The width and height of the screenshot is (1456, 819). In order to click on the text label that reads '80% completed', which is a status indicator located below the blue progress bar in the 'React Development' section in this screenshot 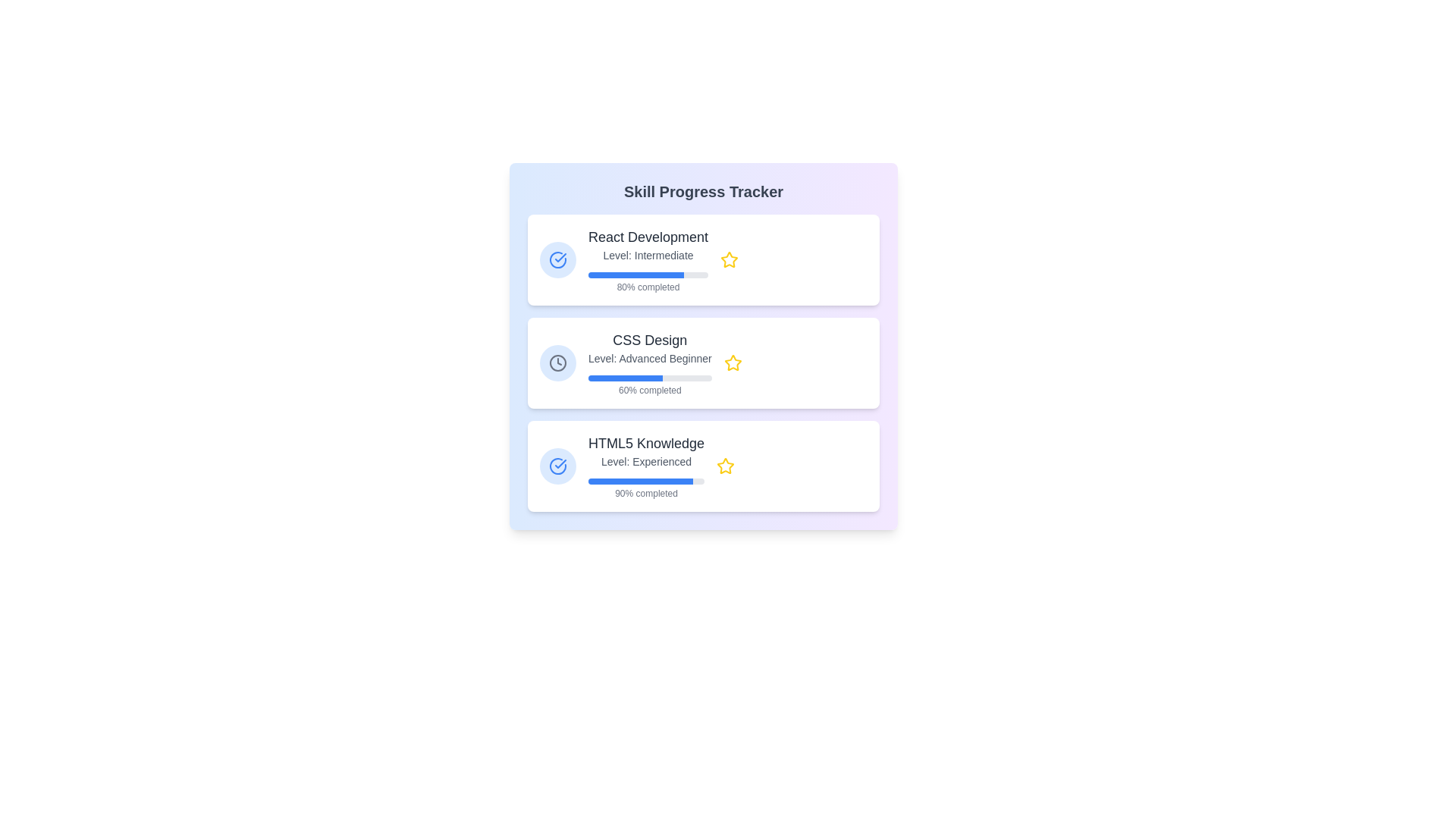, I will do `click(648, 287)`.